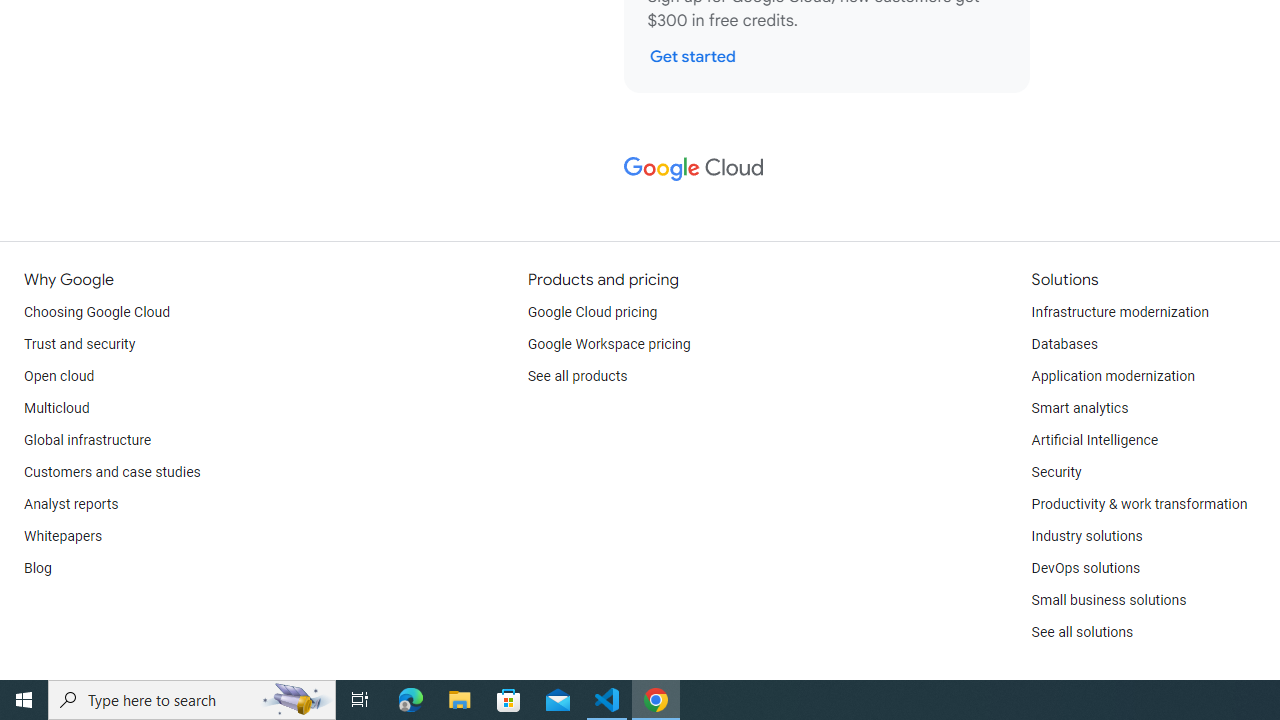 This screenshot has height=720, width=1280. What do you see at coordinates (87, 440) in the screenshot?
I see `'Global infrastructure'` at bounding box center [87, 440].